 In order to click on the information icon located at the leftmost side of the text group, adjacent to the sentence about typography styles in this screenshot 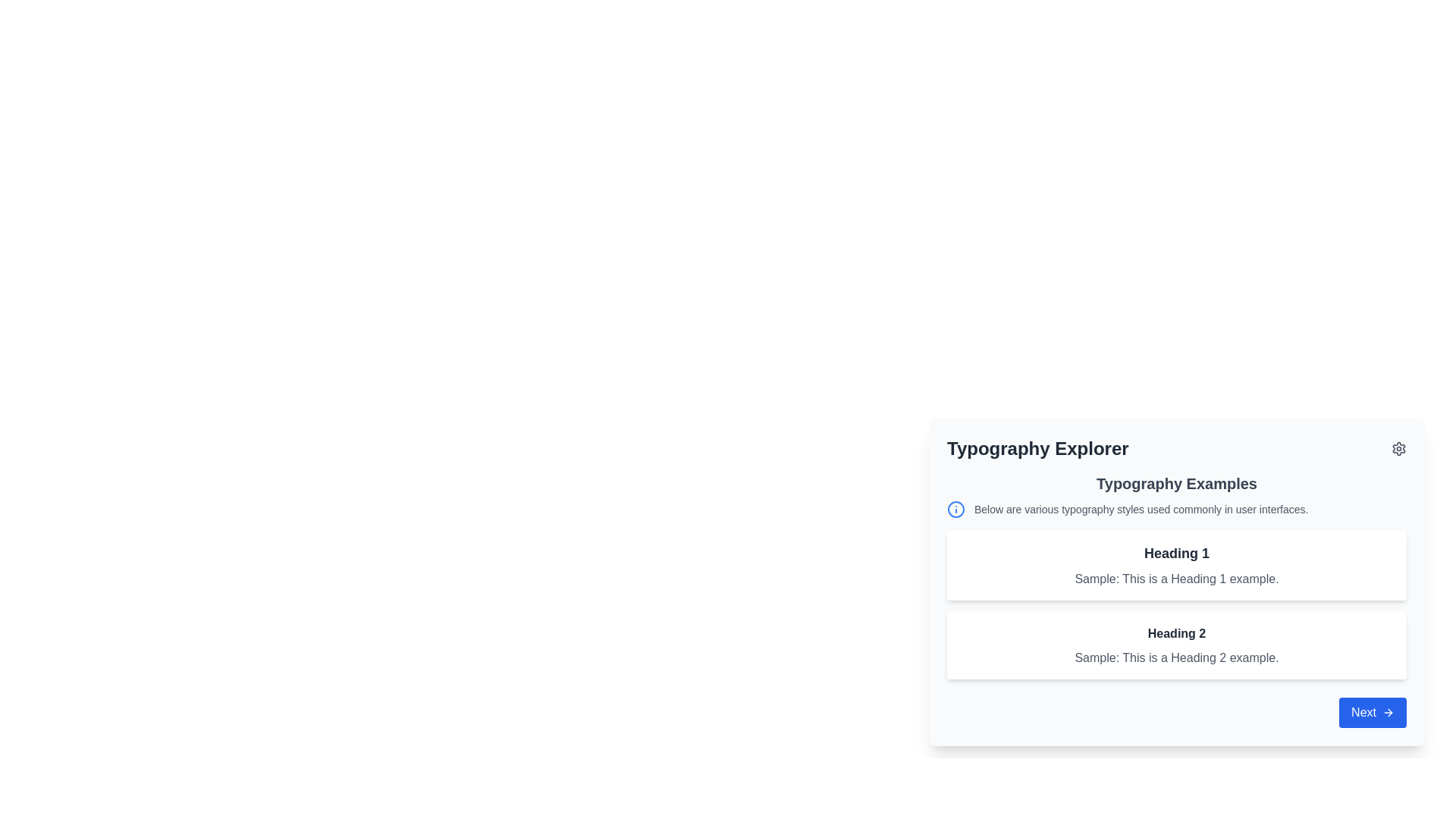, I will do `click(955, 509)`.